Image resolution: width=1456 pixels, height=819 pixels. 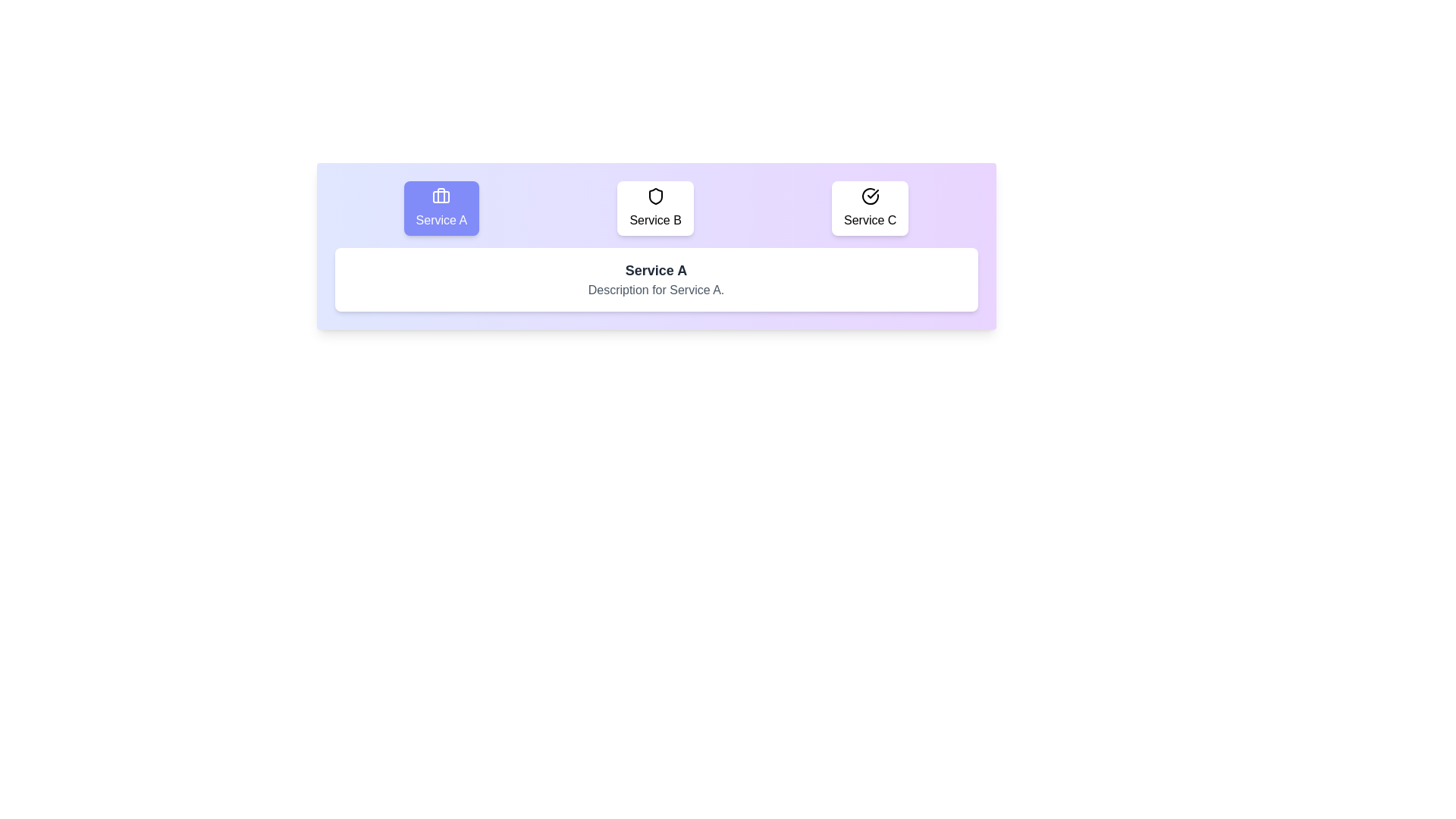 What do you see at coordinates (656, 270) in the screenshot?
I see `the text label displaying 'Service A' in bold, which is centrally located above the 'Description for Service A.' element` at bounding box center [656, 270].